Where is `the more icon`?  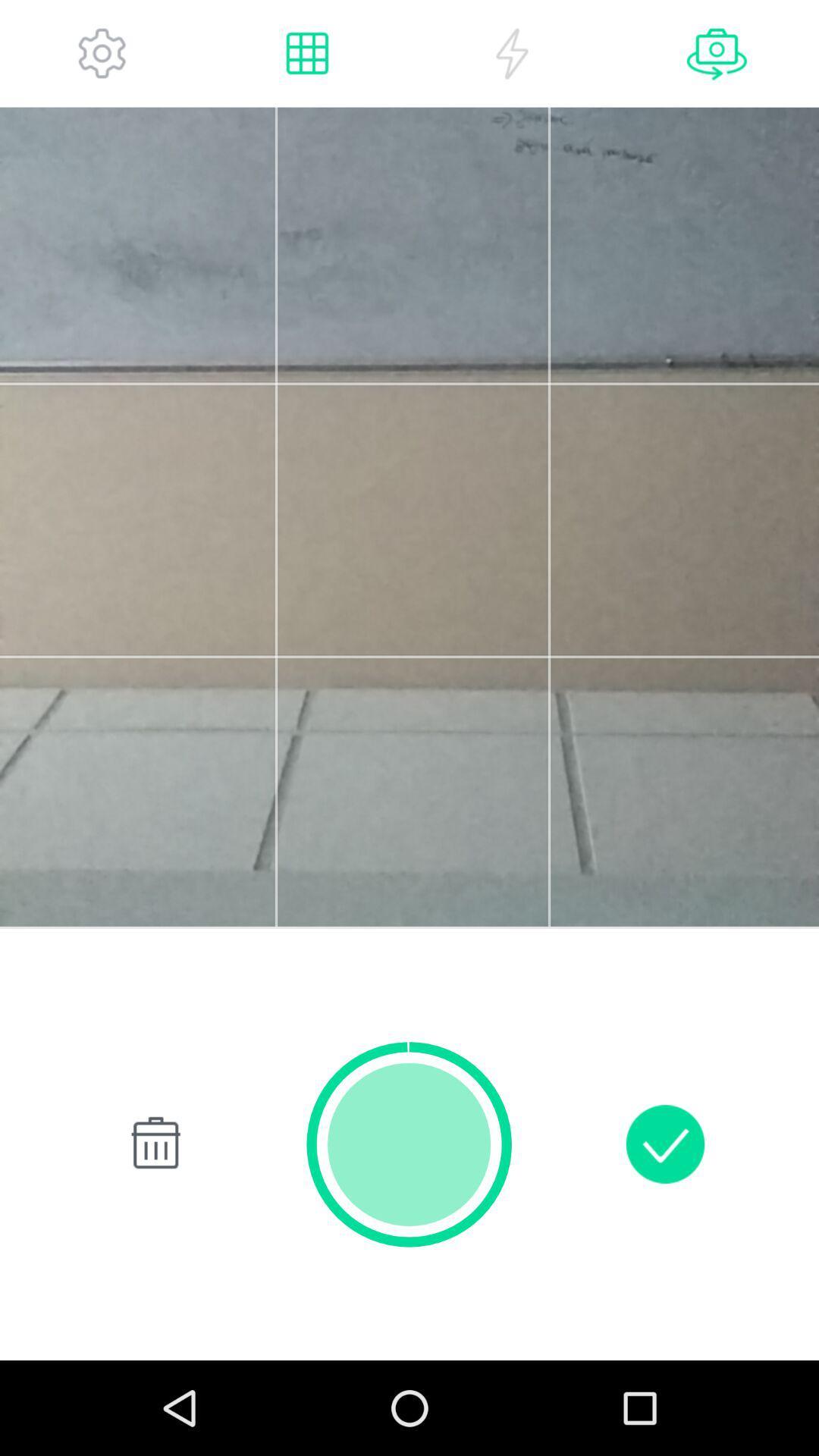 the more icon is located at coordinates (102, 57).